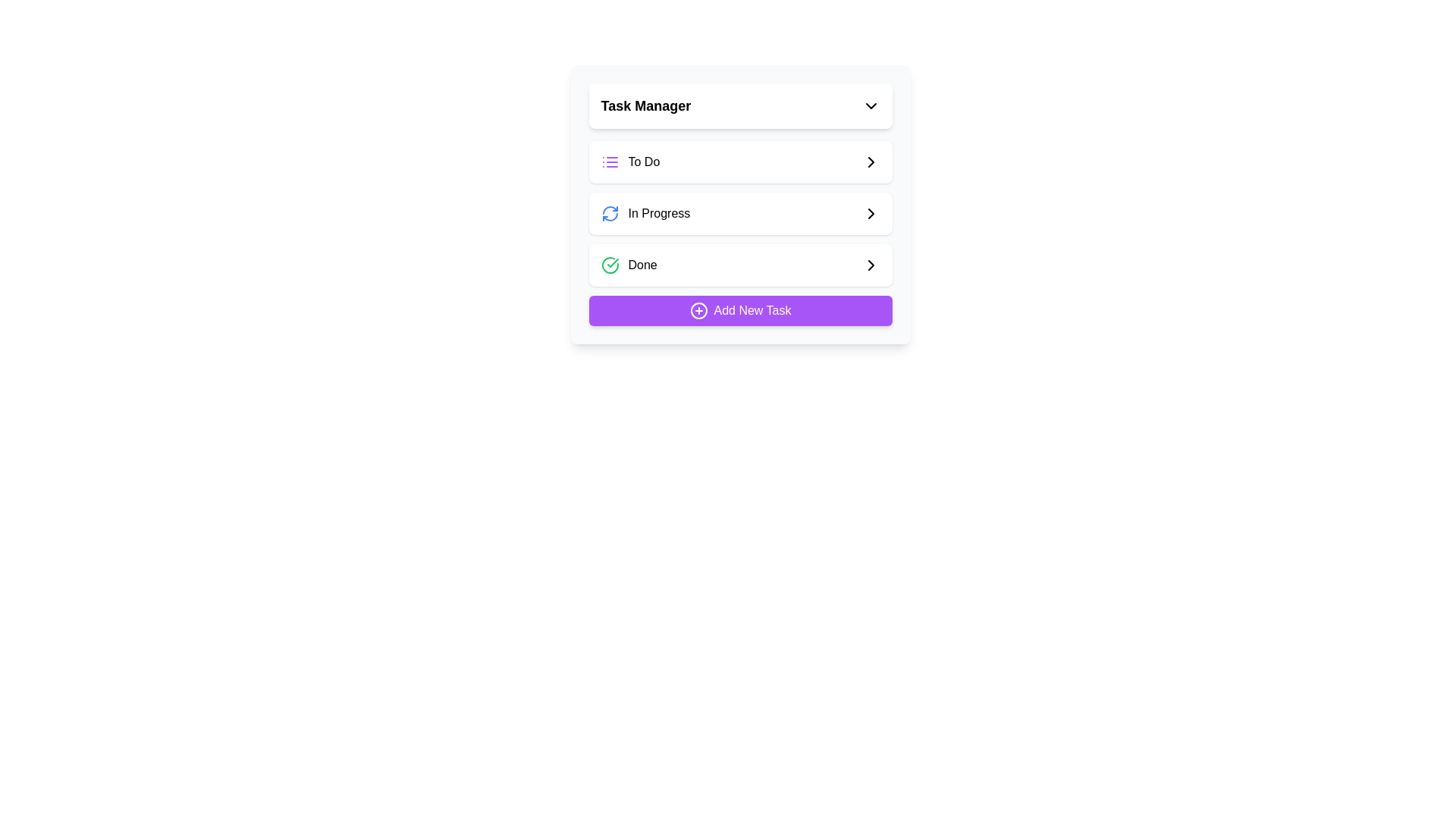  I want to click on the progress icon located in the second row of the vertical list within the 'In Progress' card, which serves as a visual cue for task progress or refresh functionality, so click(610, 213).